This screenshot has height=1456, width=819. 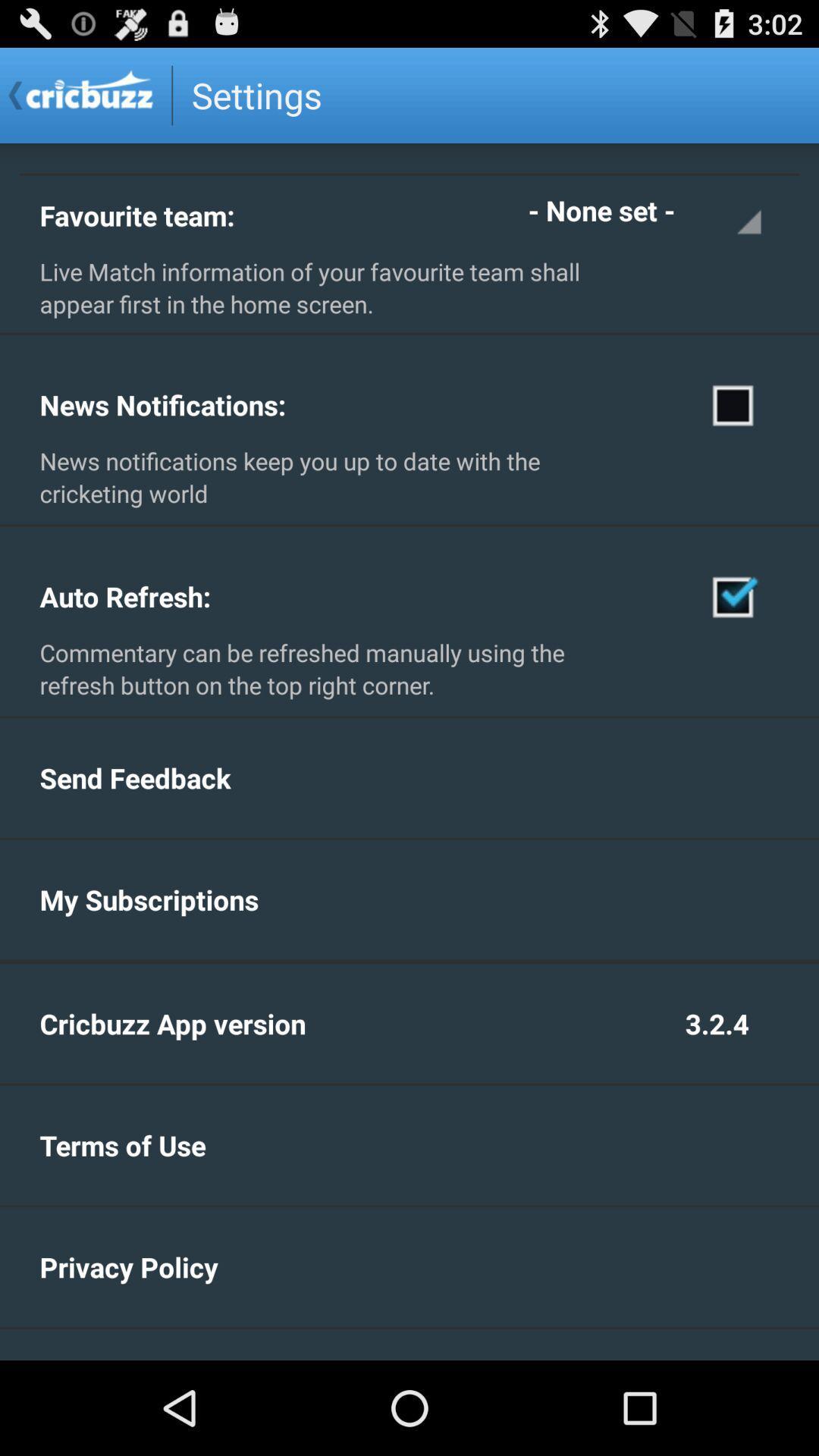 I want to click on check 'auto refresh, so click(x=733, y=595).